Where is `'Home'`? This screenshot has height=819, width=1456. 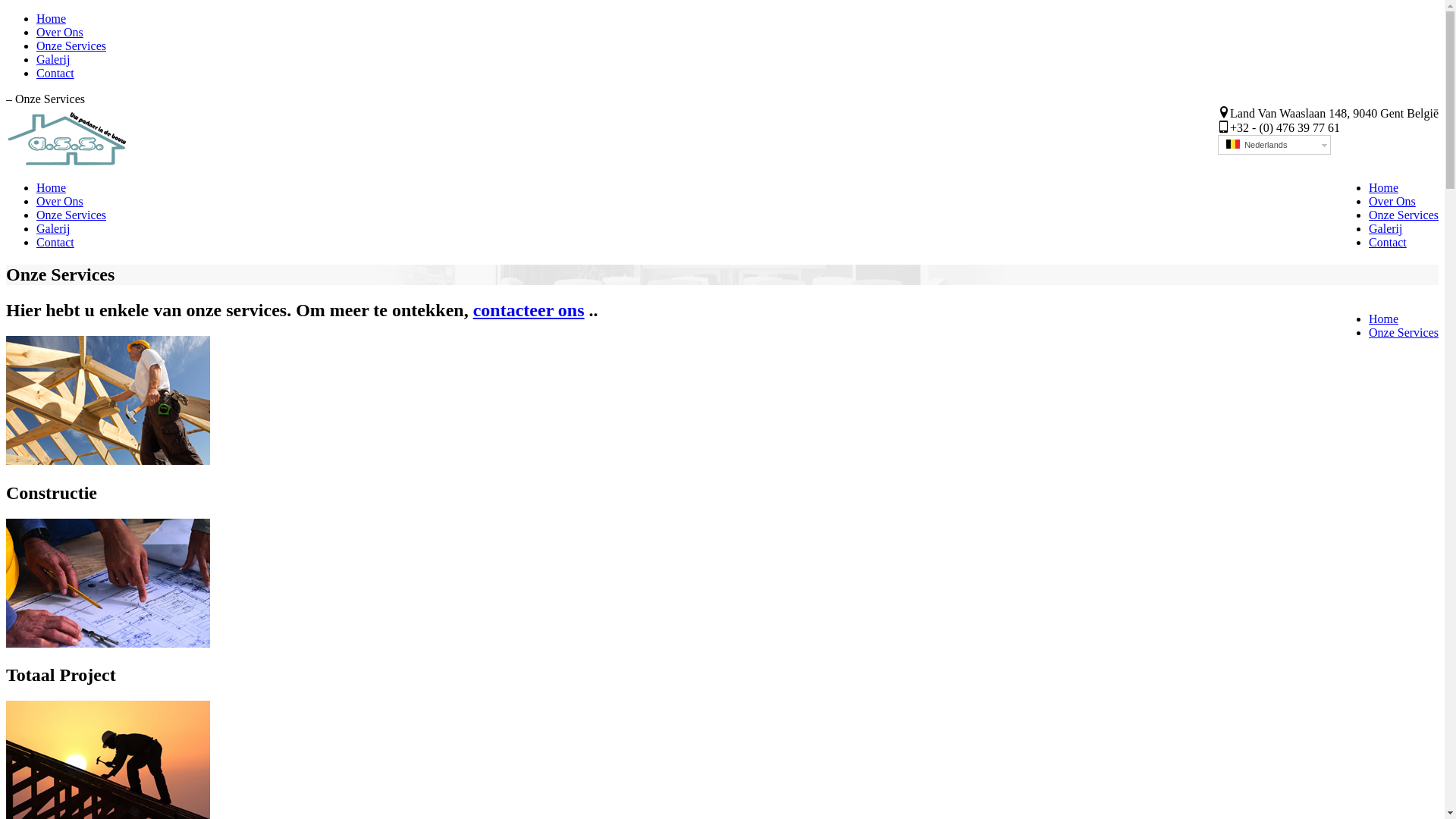
'Home' is located at coordinates (1383, 187).